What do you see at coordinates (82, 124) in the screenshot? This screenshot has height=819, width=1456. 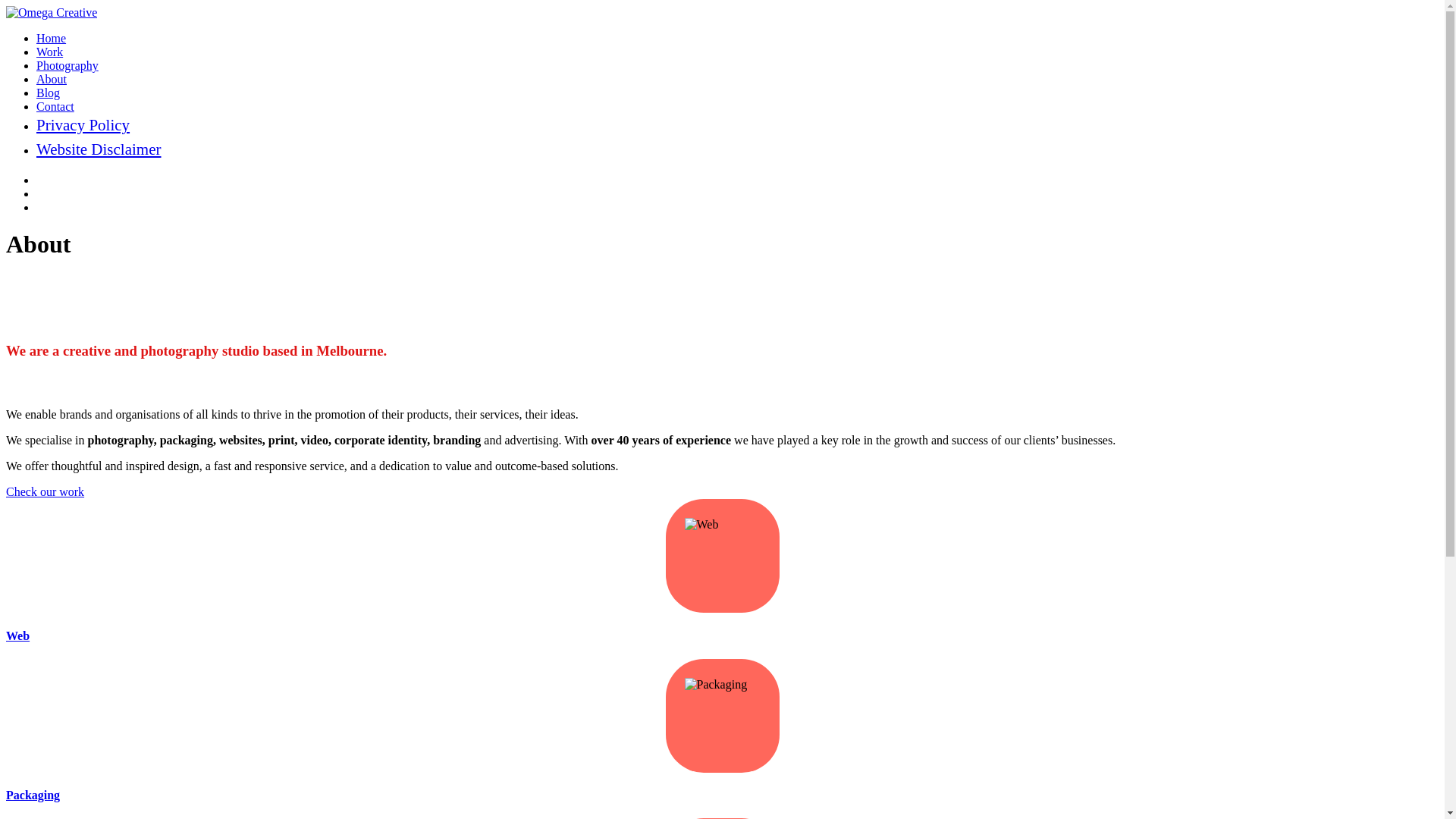 I see `'Privacy Policy'` at bounding box center [82, 124].